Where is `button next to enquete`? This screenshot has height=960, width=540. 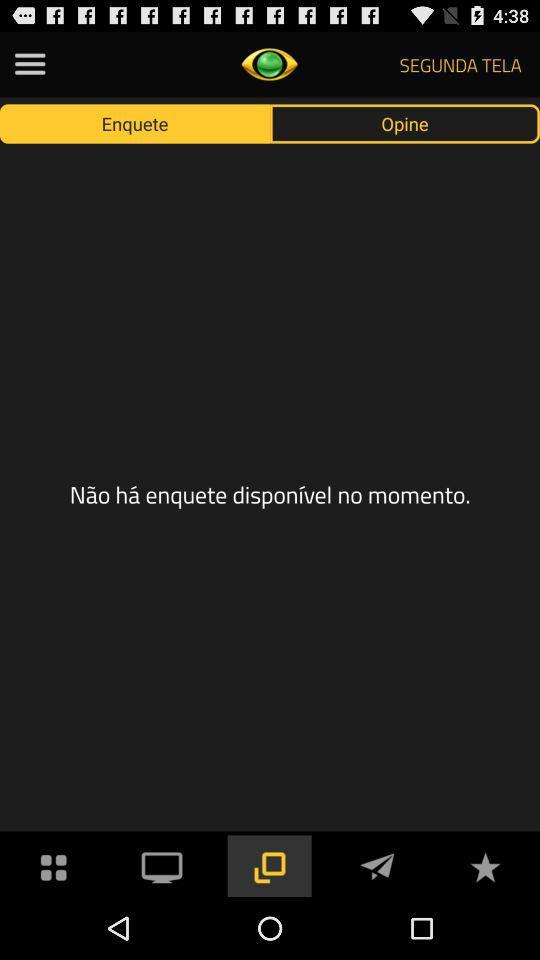
button next to enquete is located at coordinates (405, 122).